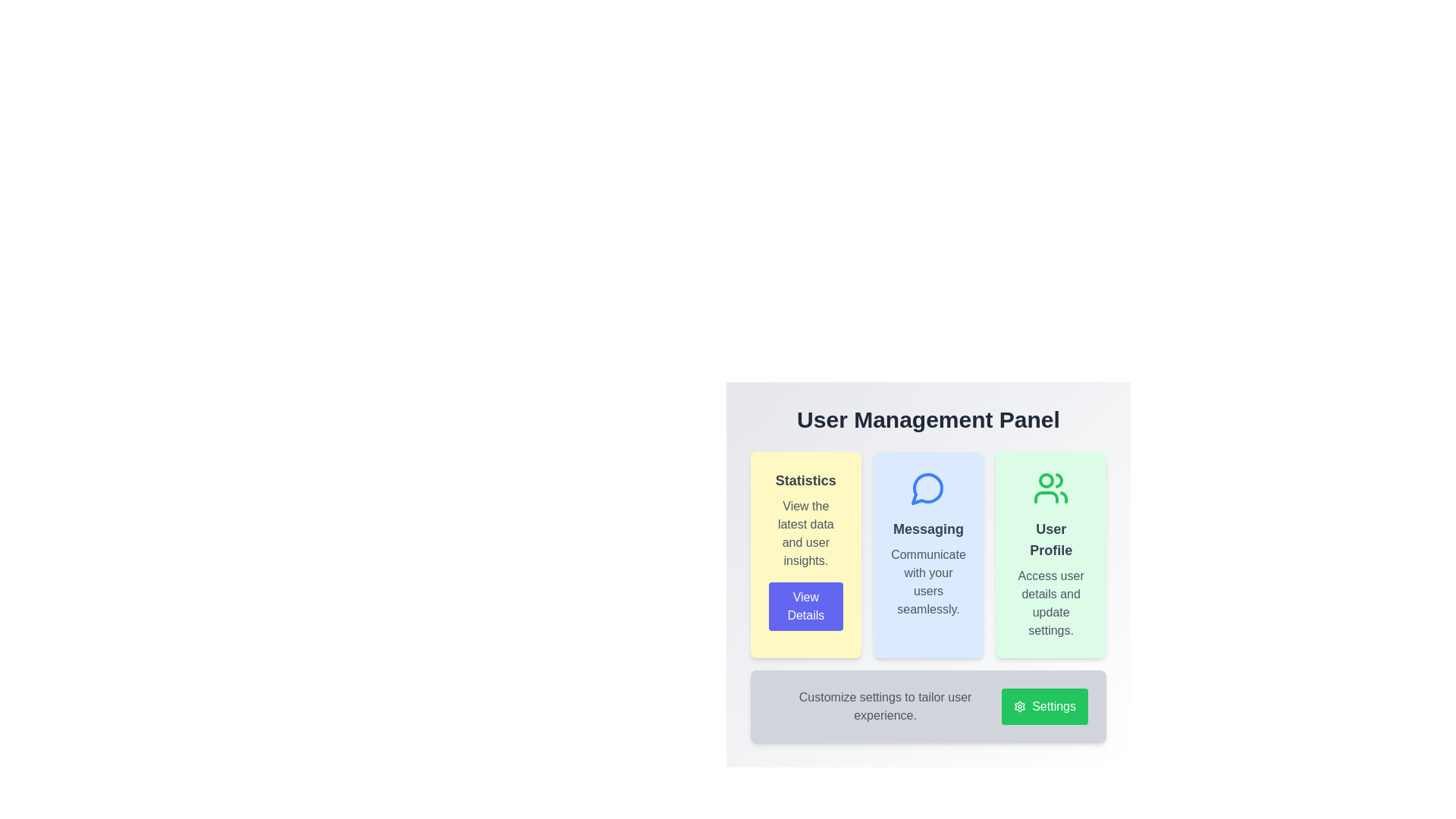 This screenshot has width=1456, height=819. Describe the element at coordinates (927, 575) in the screenshot. I see `the 'Statistics', 'Messaging', or 'User Profile' subsections of the User Management Panel` at that location.